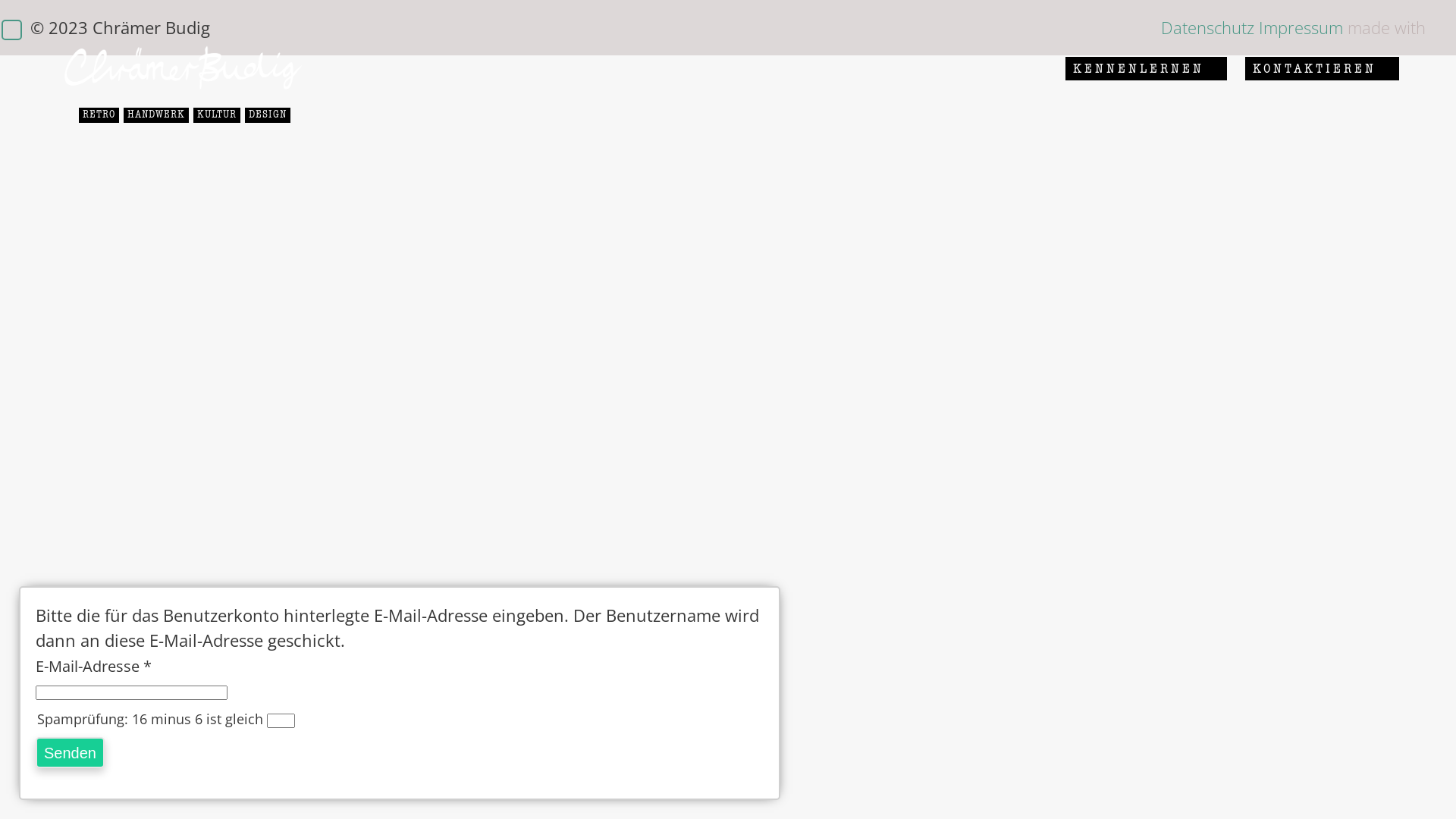  Describe the element at coordinates (1386, 27) in the screenshot. I see `'made with'` at that location.